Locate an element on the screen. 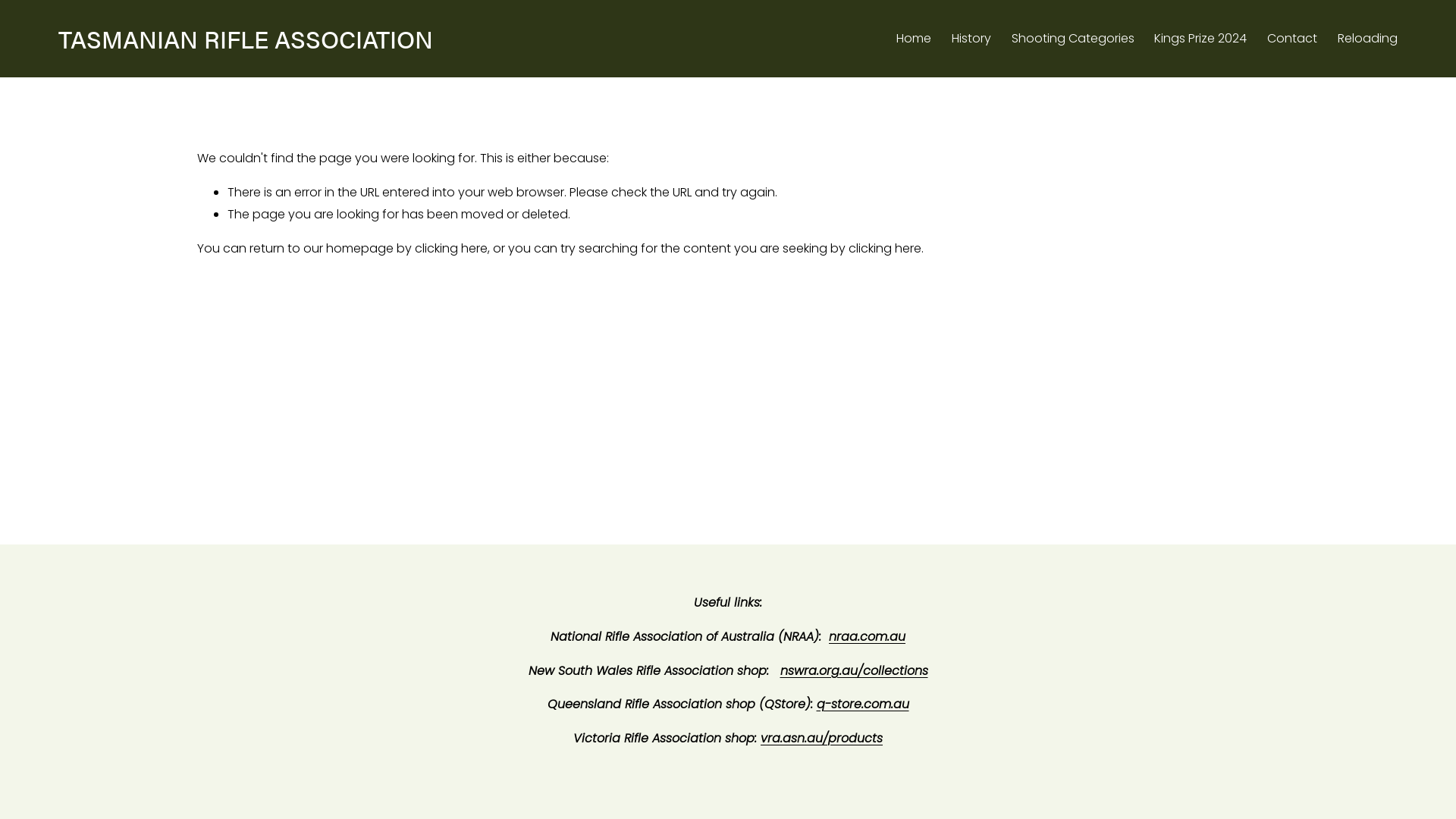 This screenshot has height=819, width=1456. 'Home' is located at coordinates (896, 37).